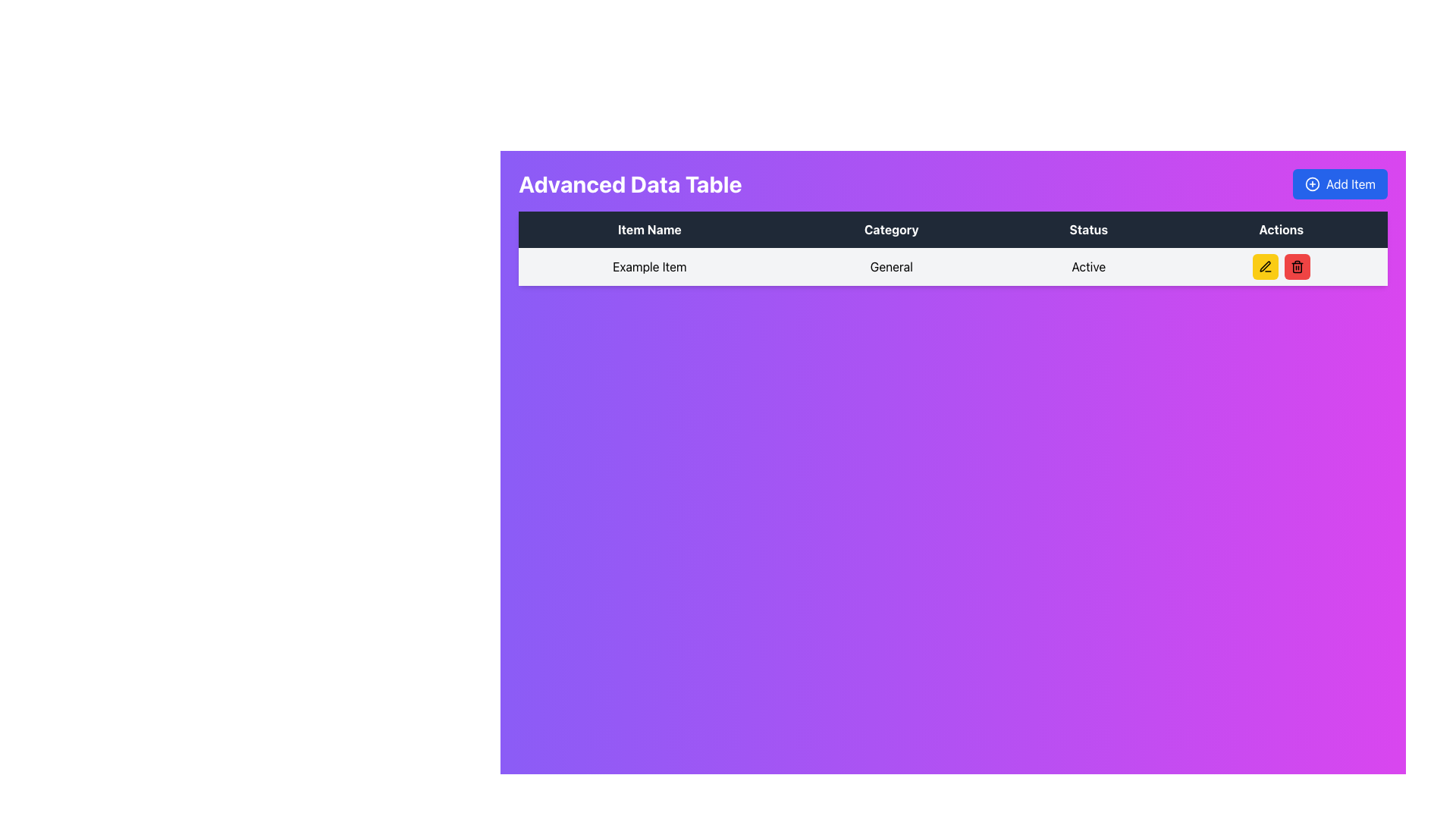 This screenshot has height=819, width=1456. I want to click on the 'Add Item' button which contains the small circular plus icon located in the top-right corner of the interface, so click(1312, 184).